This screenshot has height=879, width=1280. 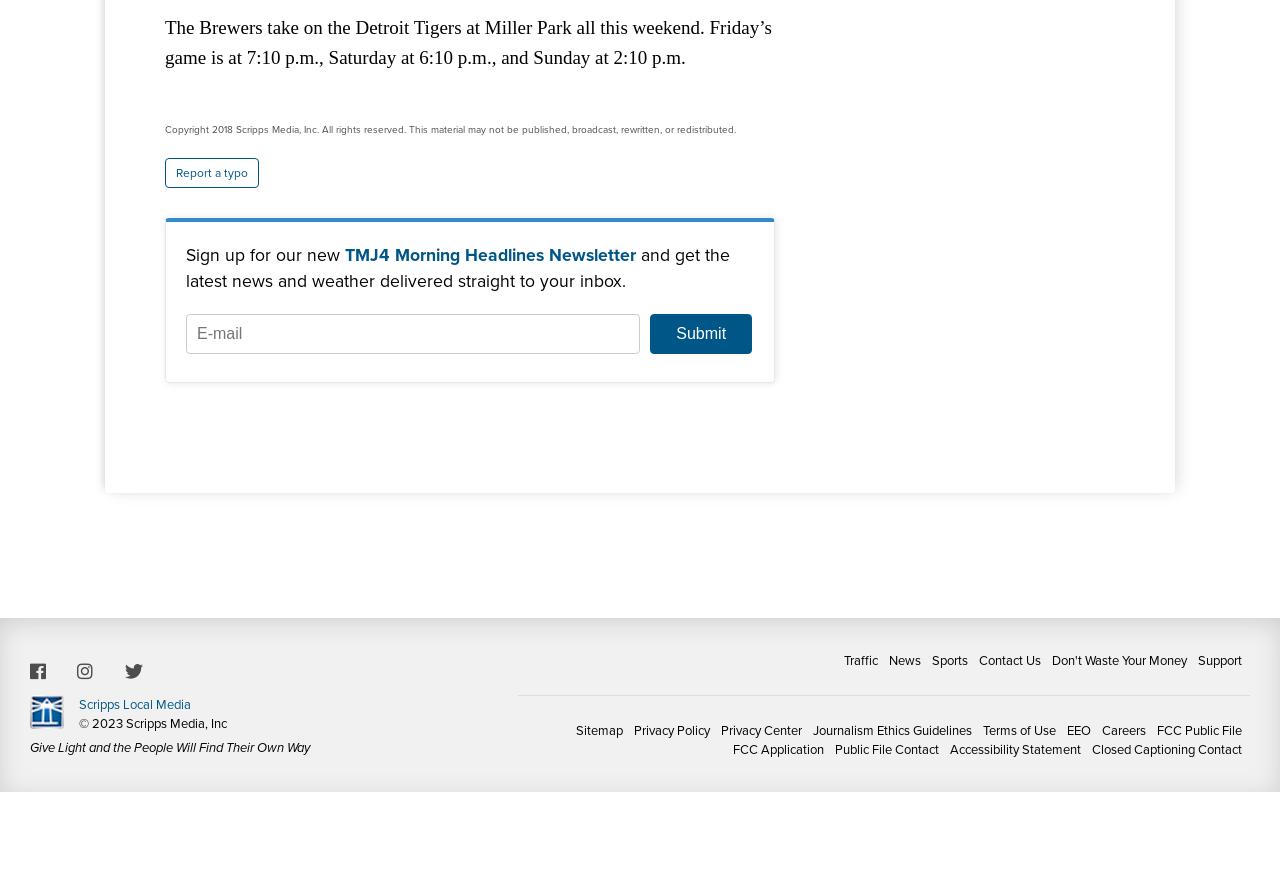 What do you see at coordinates (211, 171) in the screenshot?
I see `'Report a typo'` at bounding box center [211, 171].